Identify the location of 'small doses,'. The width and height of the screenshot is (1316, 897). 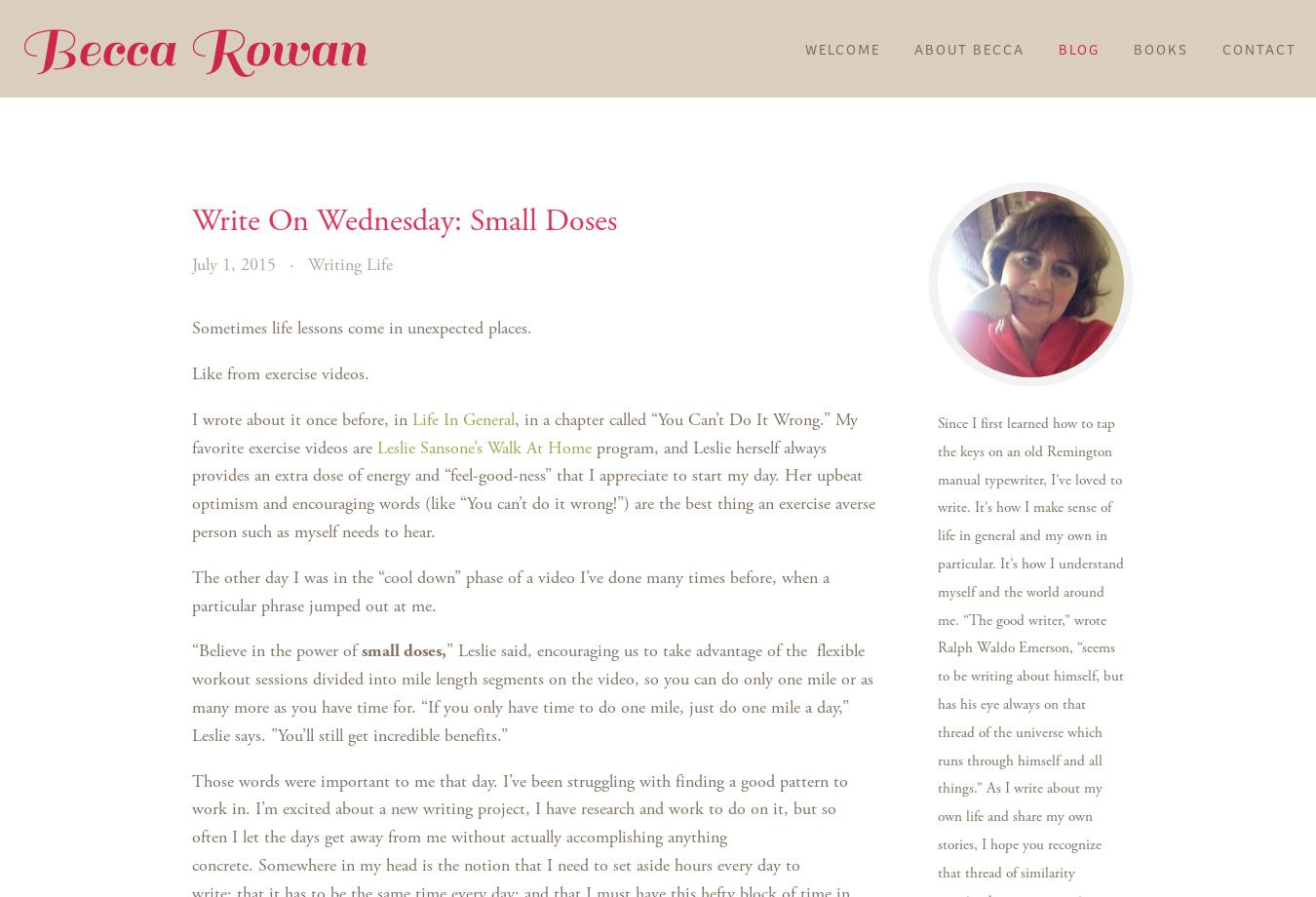
(404, 649).